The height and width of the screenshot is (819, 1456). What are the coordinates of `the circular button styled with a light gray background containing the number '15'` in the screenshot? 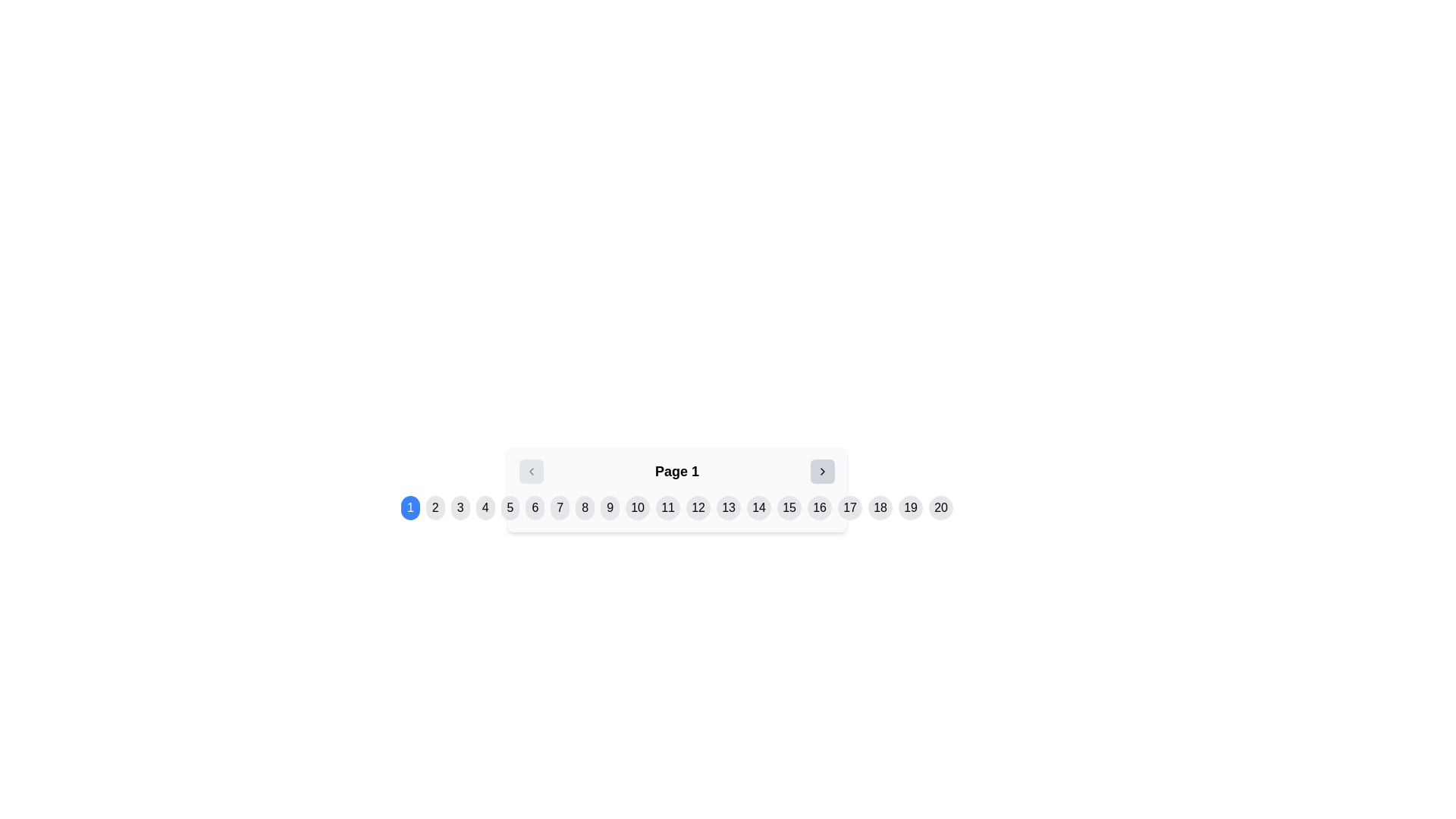 It's located at (789, 508).